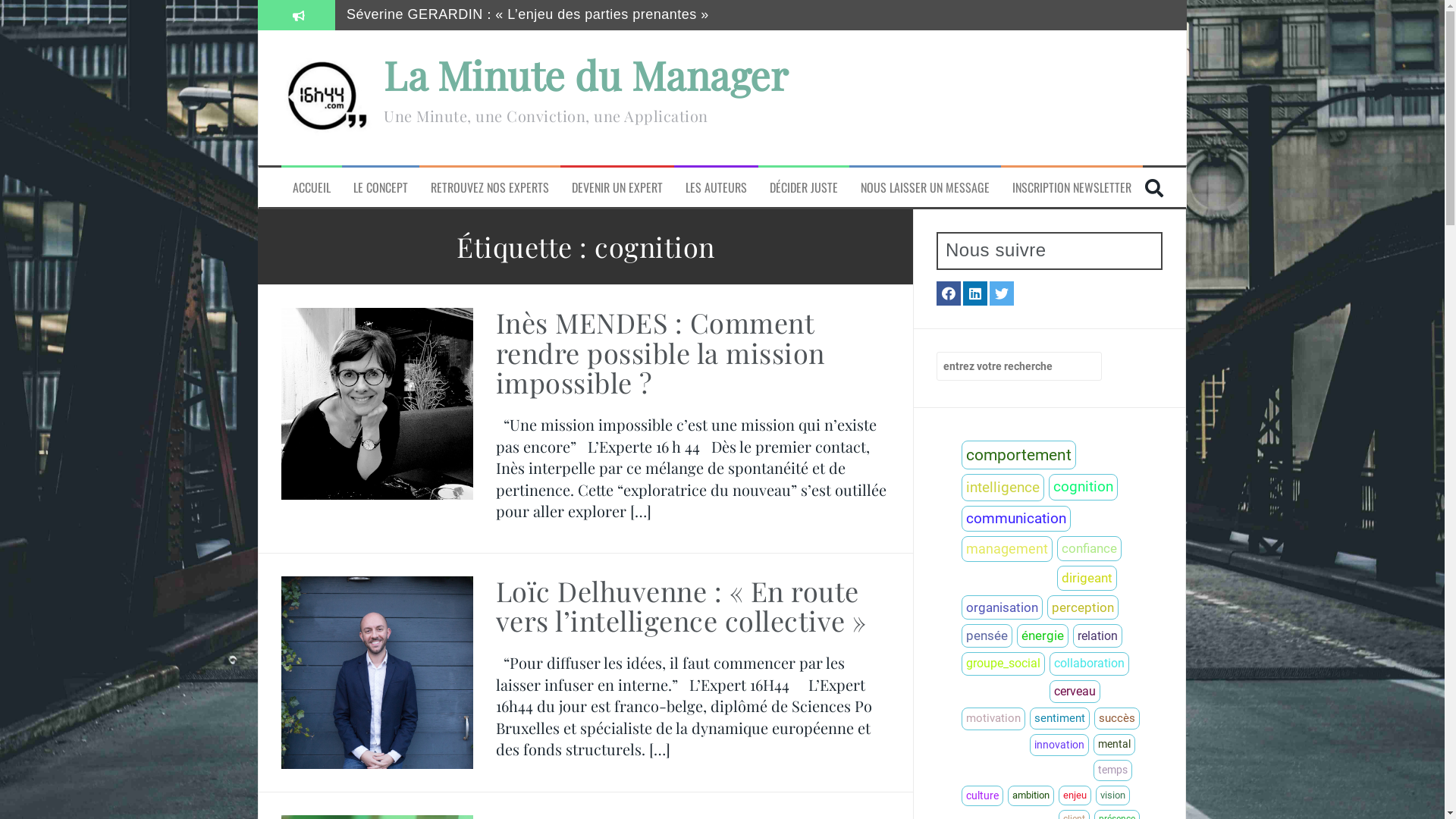 This screenshot has height=819, width=1456. Describe the element at coordinates (1086, 578) in the screenshot. I see `'dirigeant'` at that location.